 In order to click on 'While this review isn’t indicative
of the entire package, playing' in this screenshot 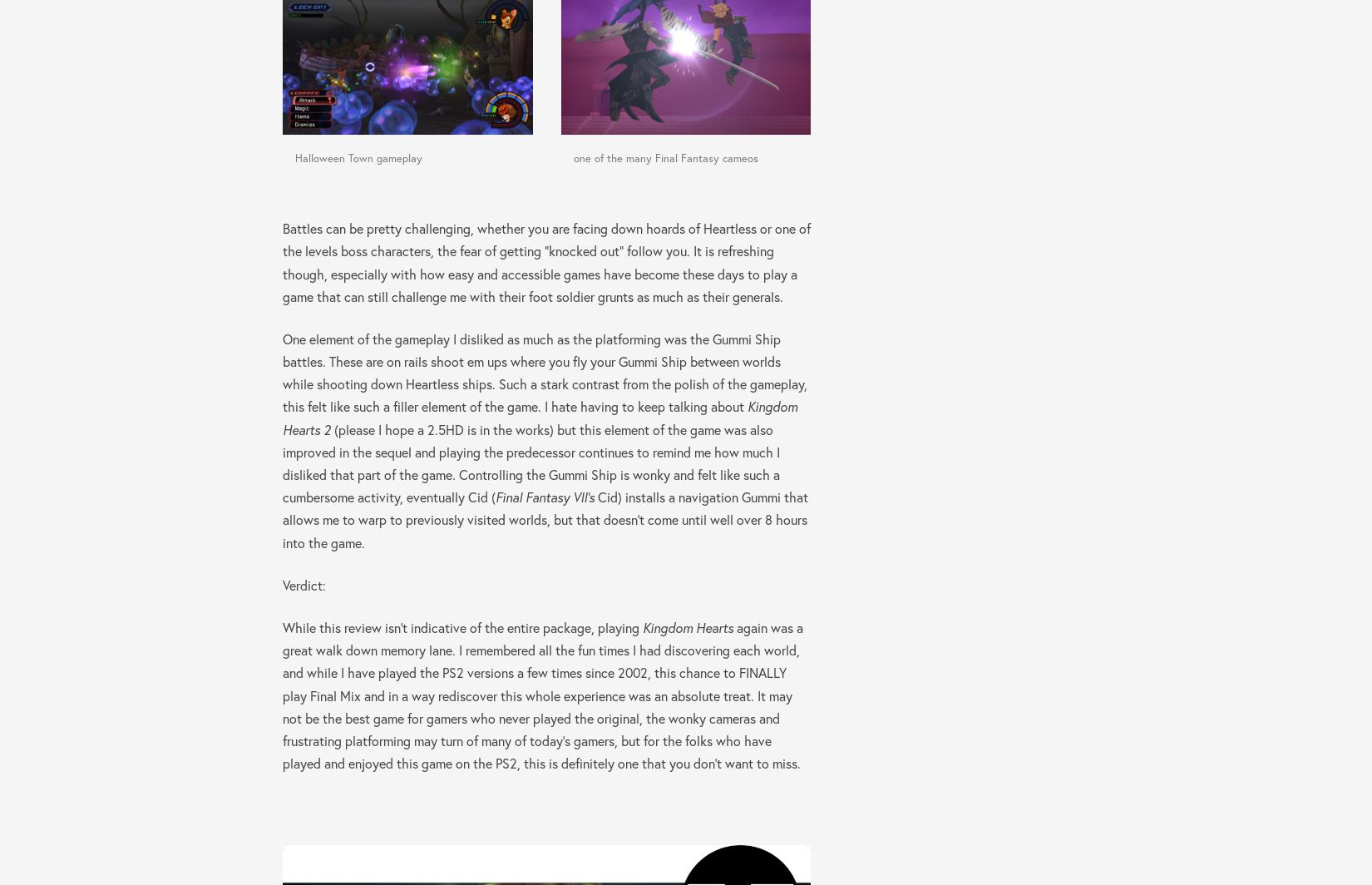, I will do `click(461, 626)`.